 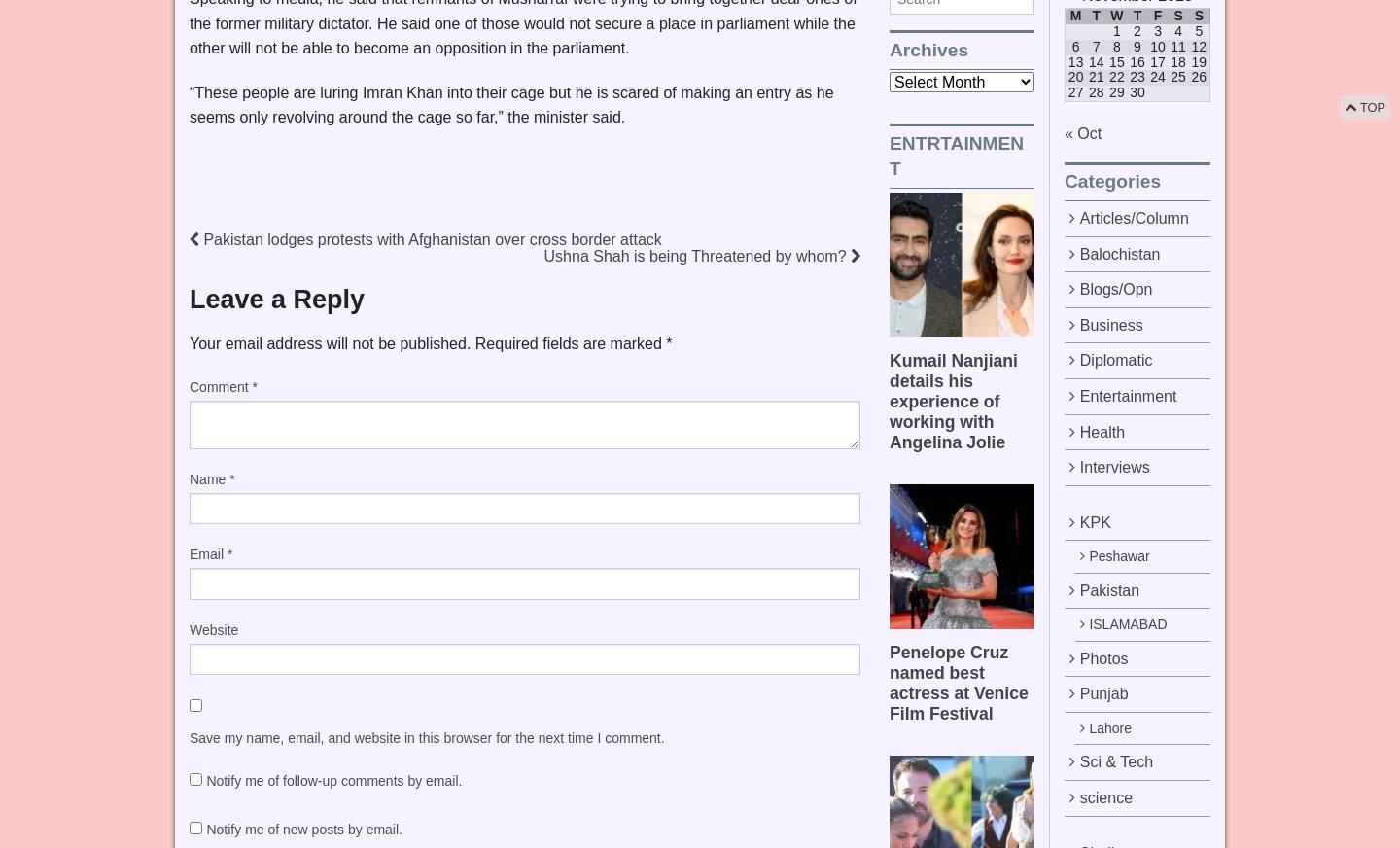 I want to click on '9', so click(x=1137, y=45).